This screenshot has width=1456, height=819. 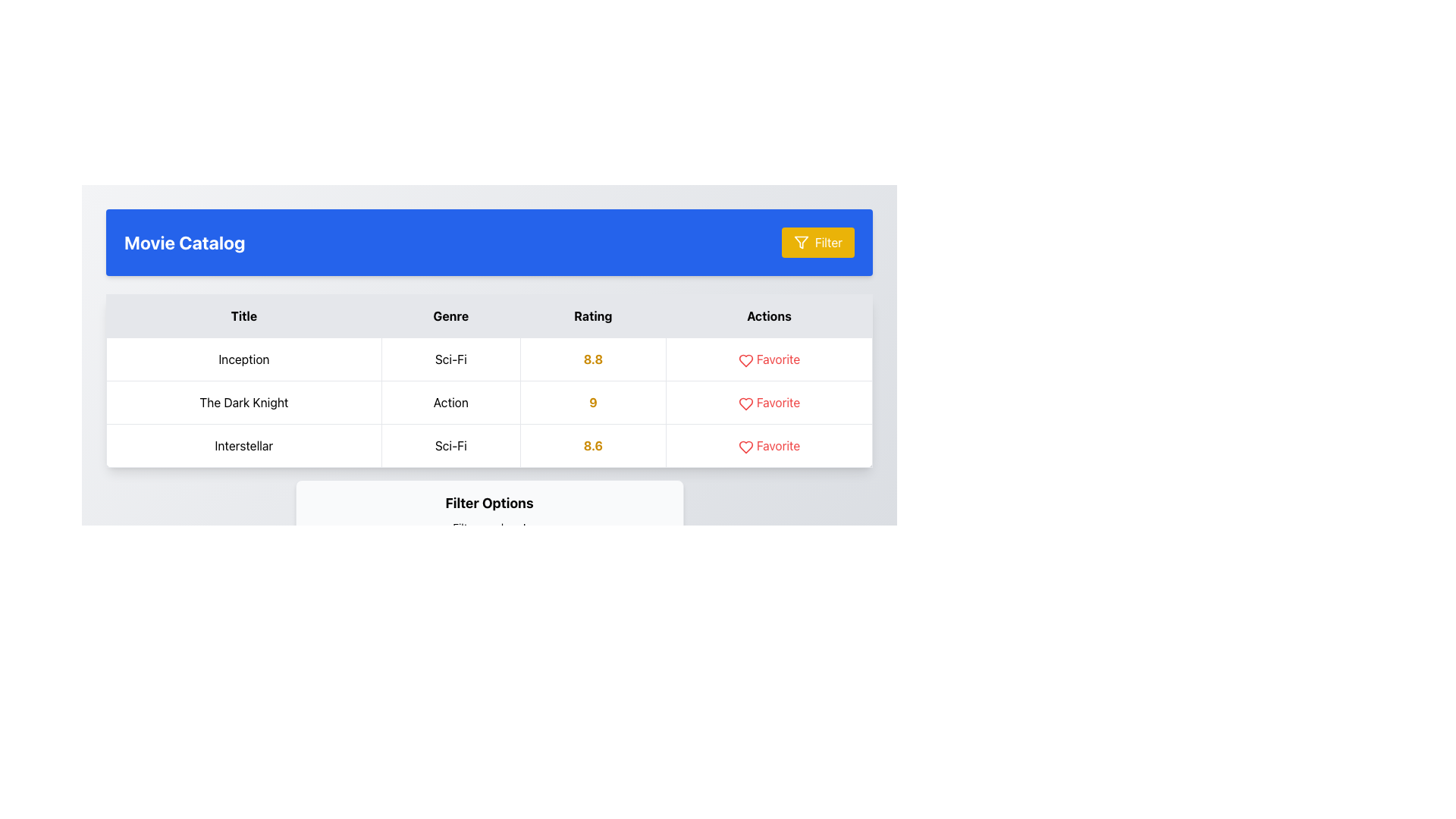 What do you see at coordinates (745, 403) in the screenshot?
I see `the heart-shaped icon next to the 'Favorite' label in the 'Actions' column of the row for the movie 'Inception'` at bounding box center [745, 403].